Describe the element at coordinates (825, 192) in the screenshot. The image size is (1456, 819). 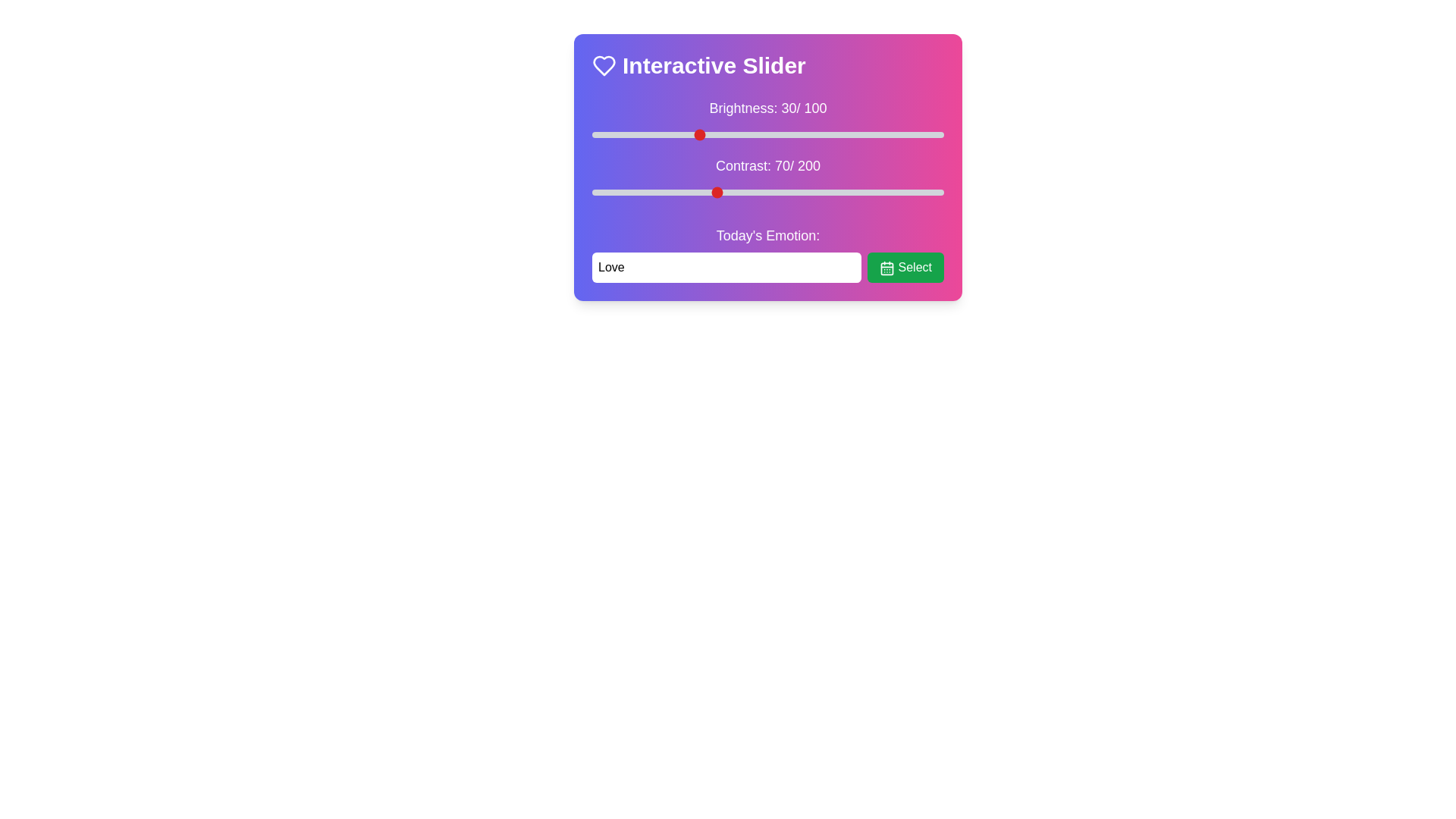
I see `the contrast slider to 133` at that location.